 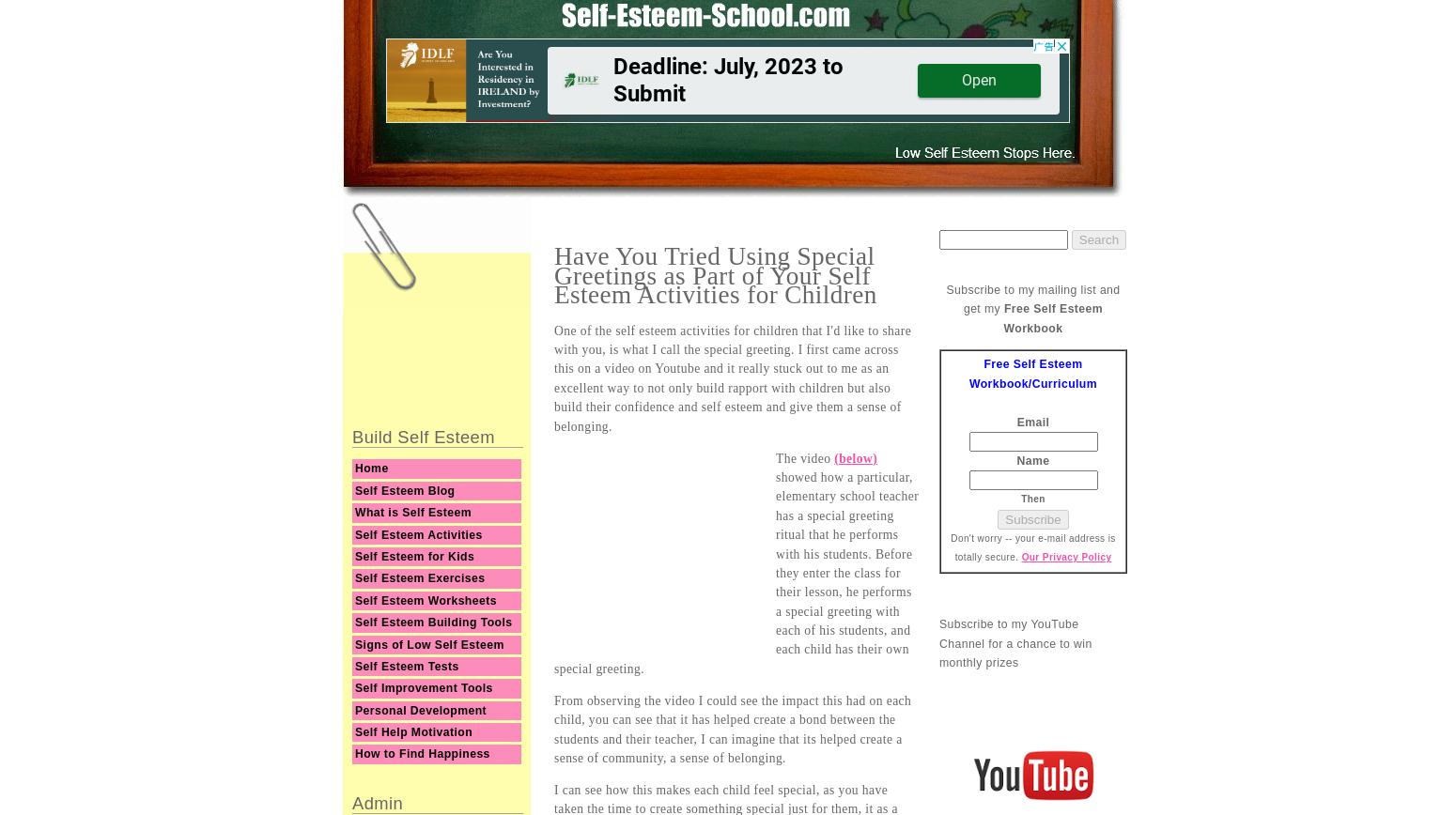 What do you see at coordinates (1031, 421) in the screenshot?
I see `'Email'` at bounding box center [1031, 421].